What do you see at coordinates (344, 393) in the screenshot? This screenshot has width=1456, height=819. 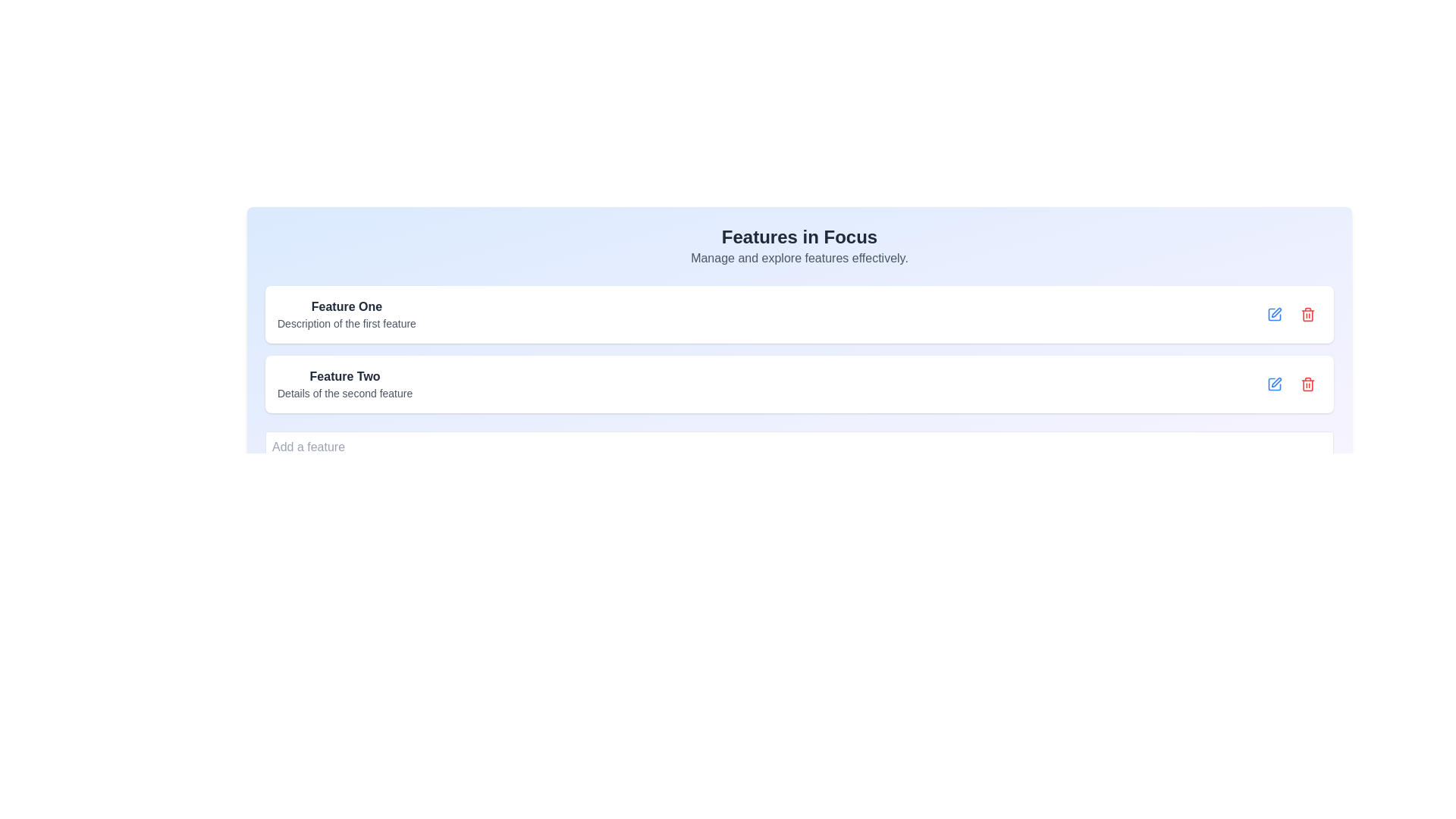 I see `the non-interactive text label providing additional details about 'Feature Two', which is located directly below the 'Feature Two' text` at bounding box center [344, 393].